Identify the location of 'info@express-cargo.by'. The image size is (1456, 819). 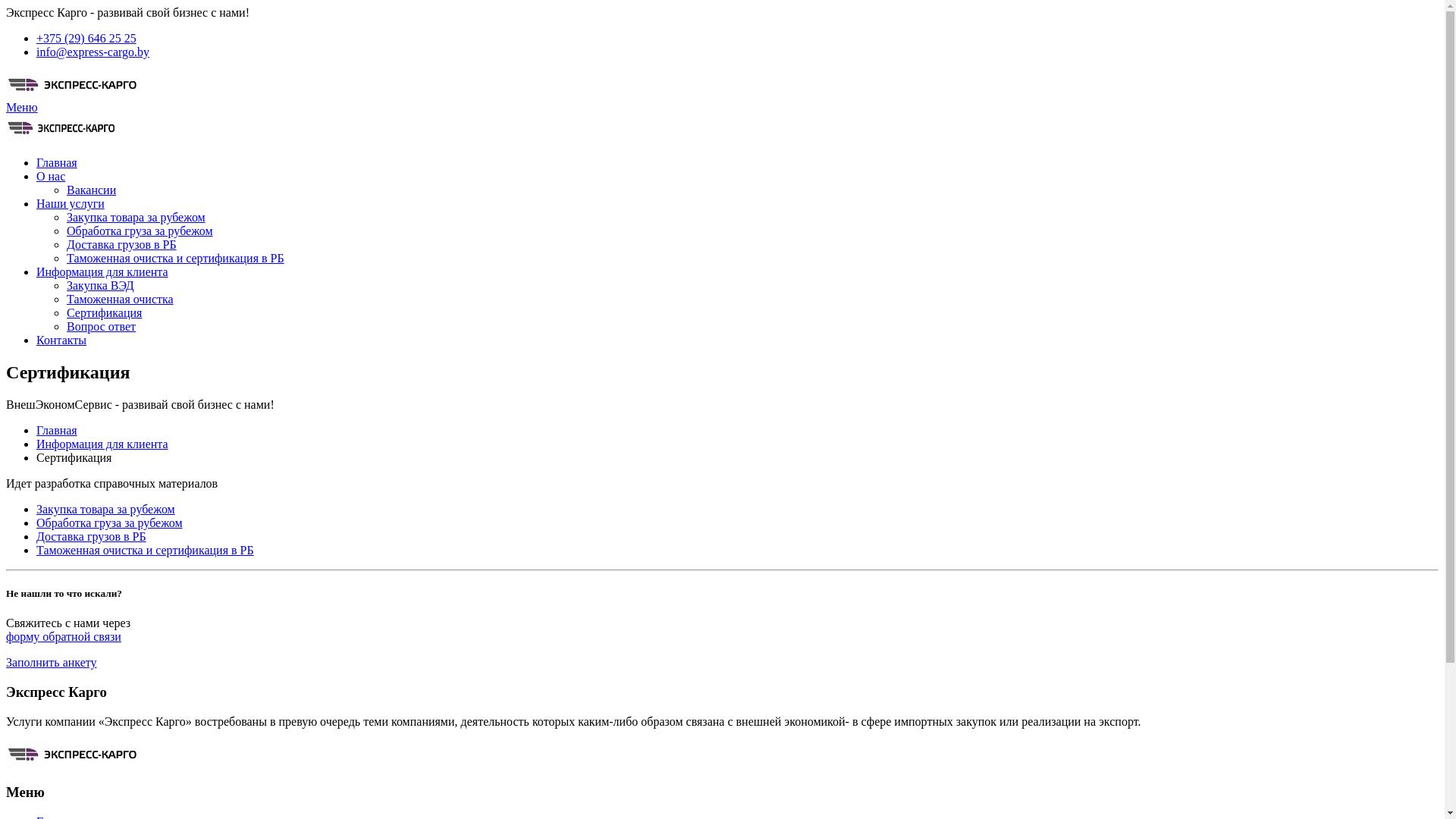
(92, 51).